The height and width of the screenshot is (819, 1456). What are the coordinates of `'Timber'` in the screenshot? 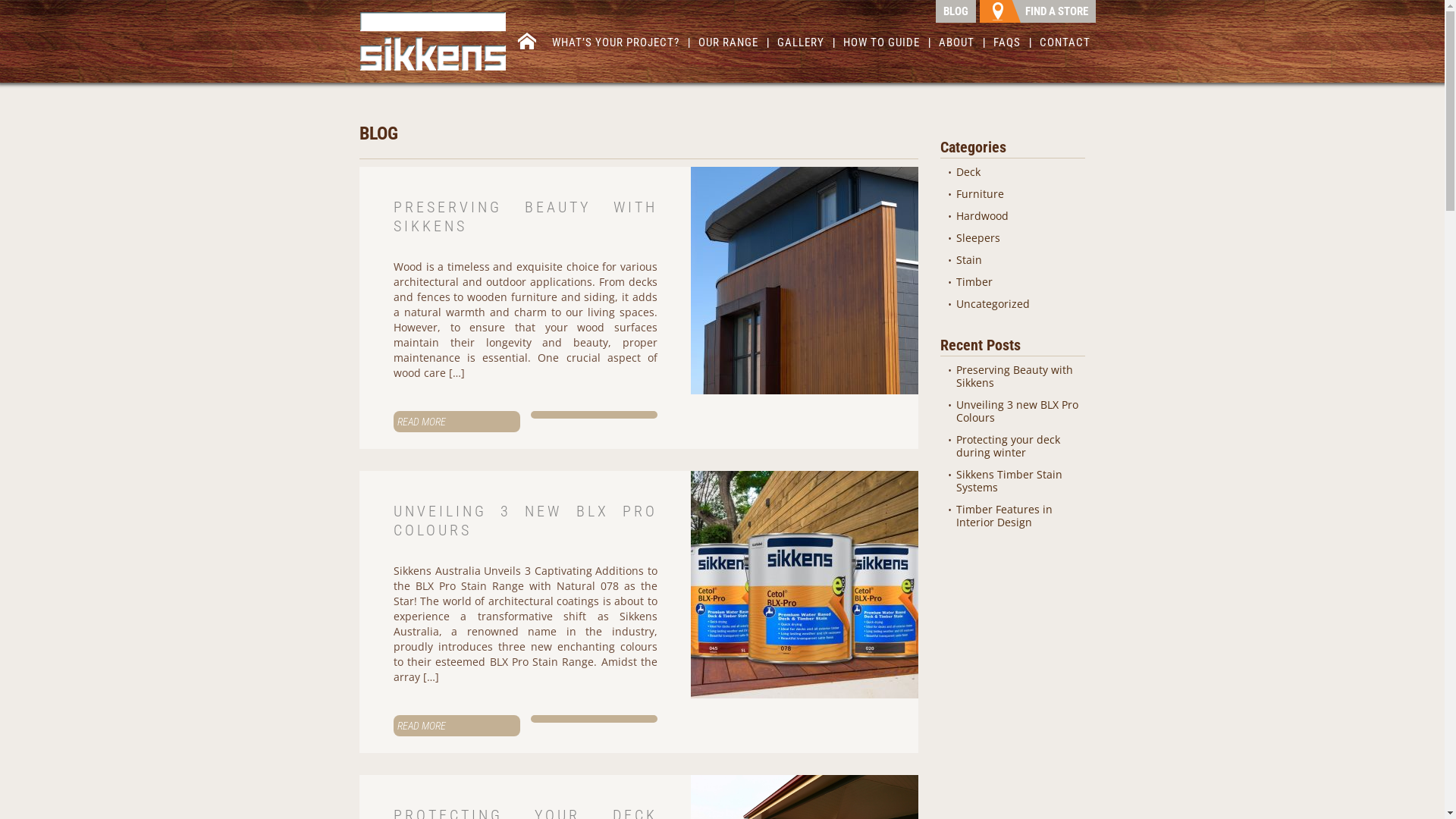 It's located at (974, 281).